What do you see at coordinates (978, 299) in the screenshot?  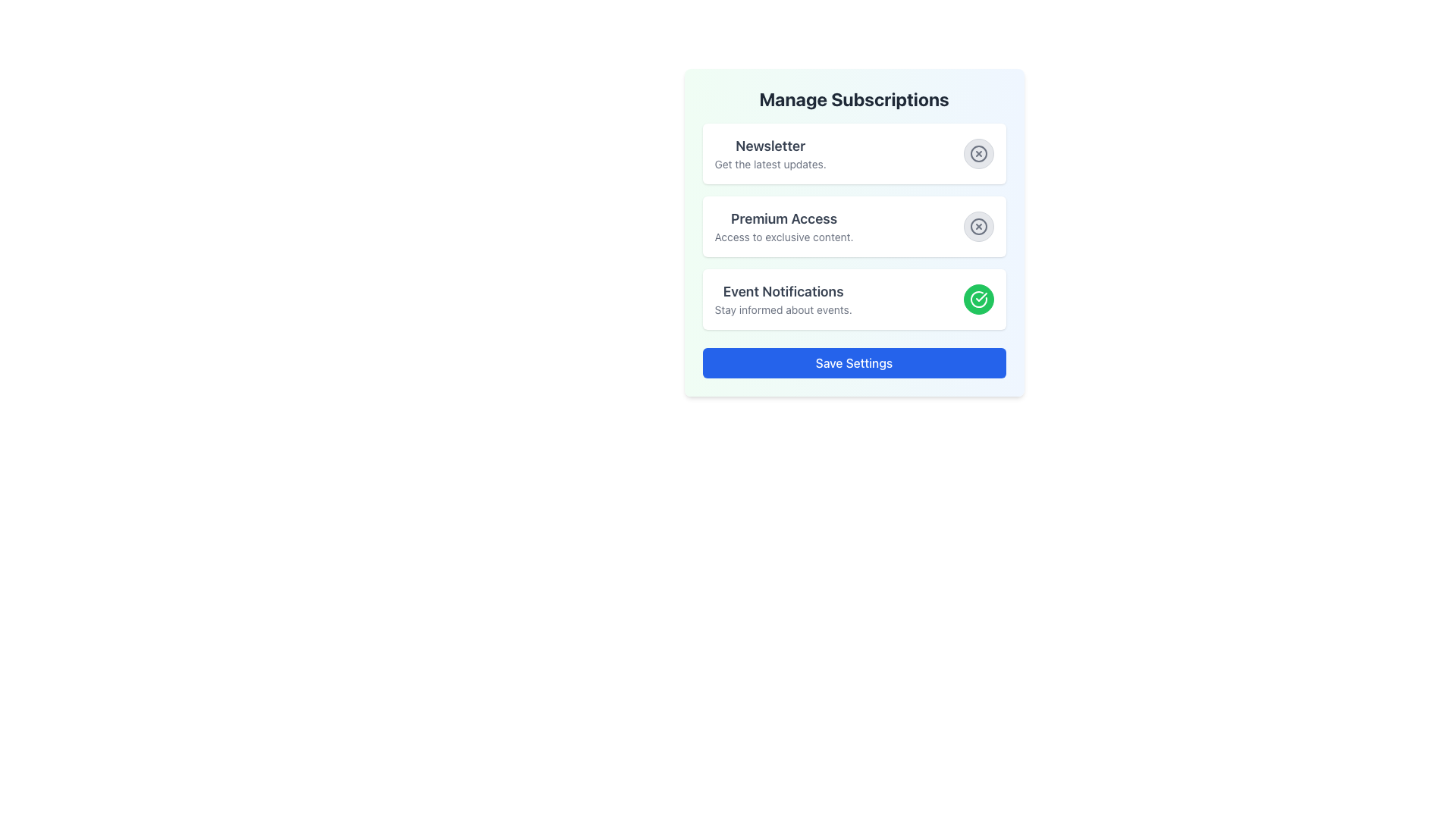 I see `the center of the circular icon with a green background and white check mark, located at the far right side of the 'Event Notifications' row in the 'Manage Subscriptions' panel` at bounding box center [978, 299].